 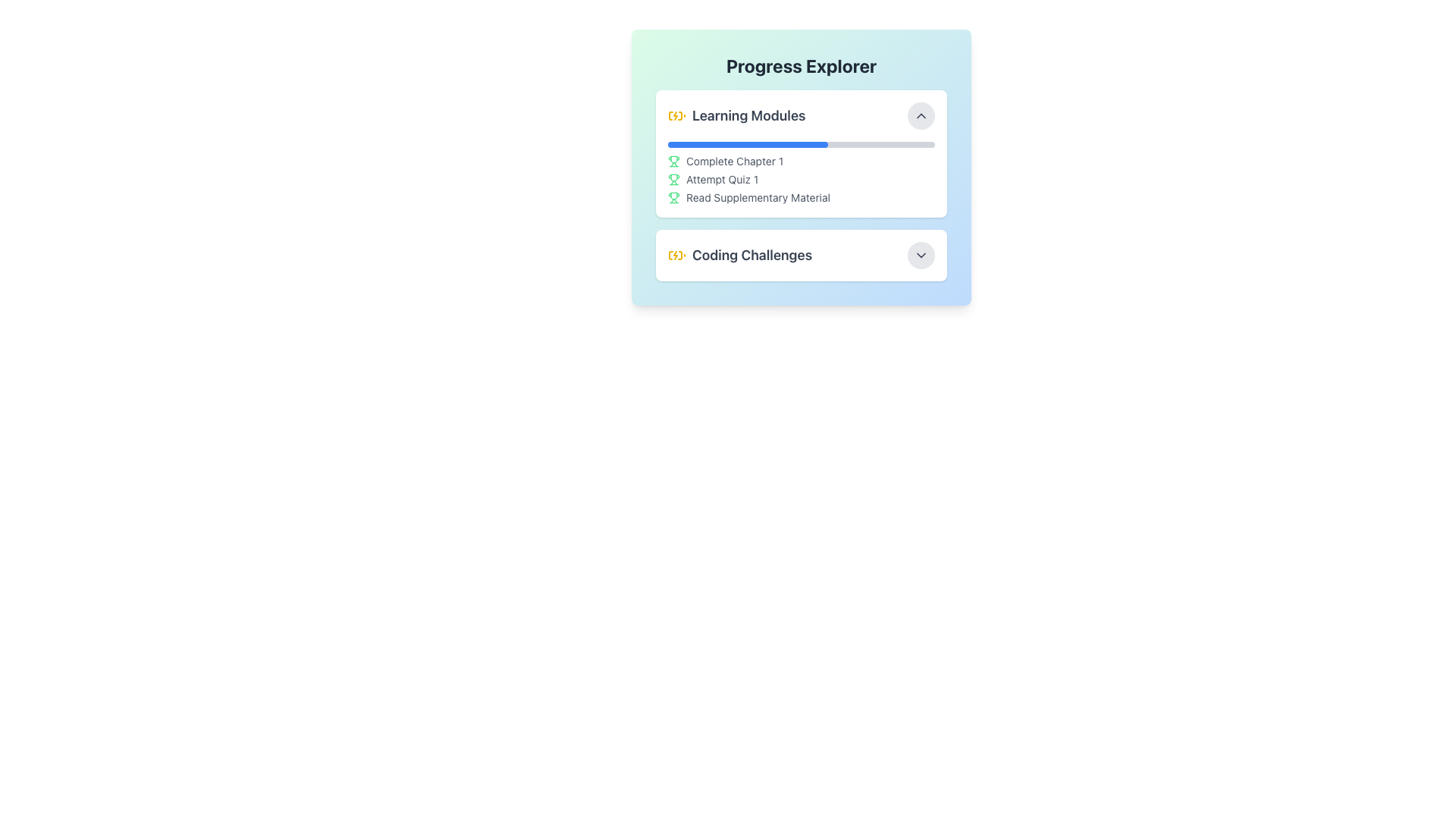 I want to click on progress bar located near the top of the 'Learning Modules' section, which visually indicates the percentage of task completion, for its current progress value, so click(x=800, y=145).